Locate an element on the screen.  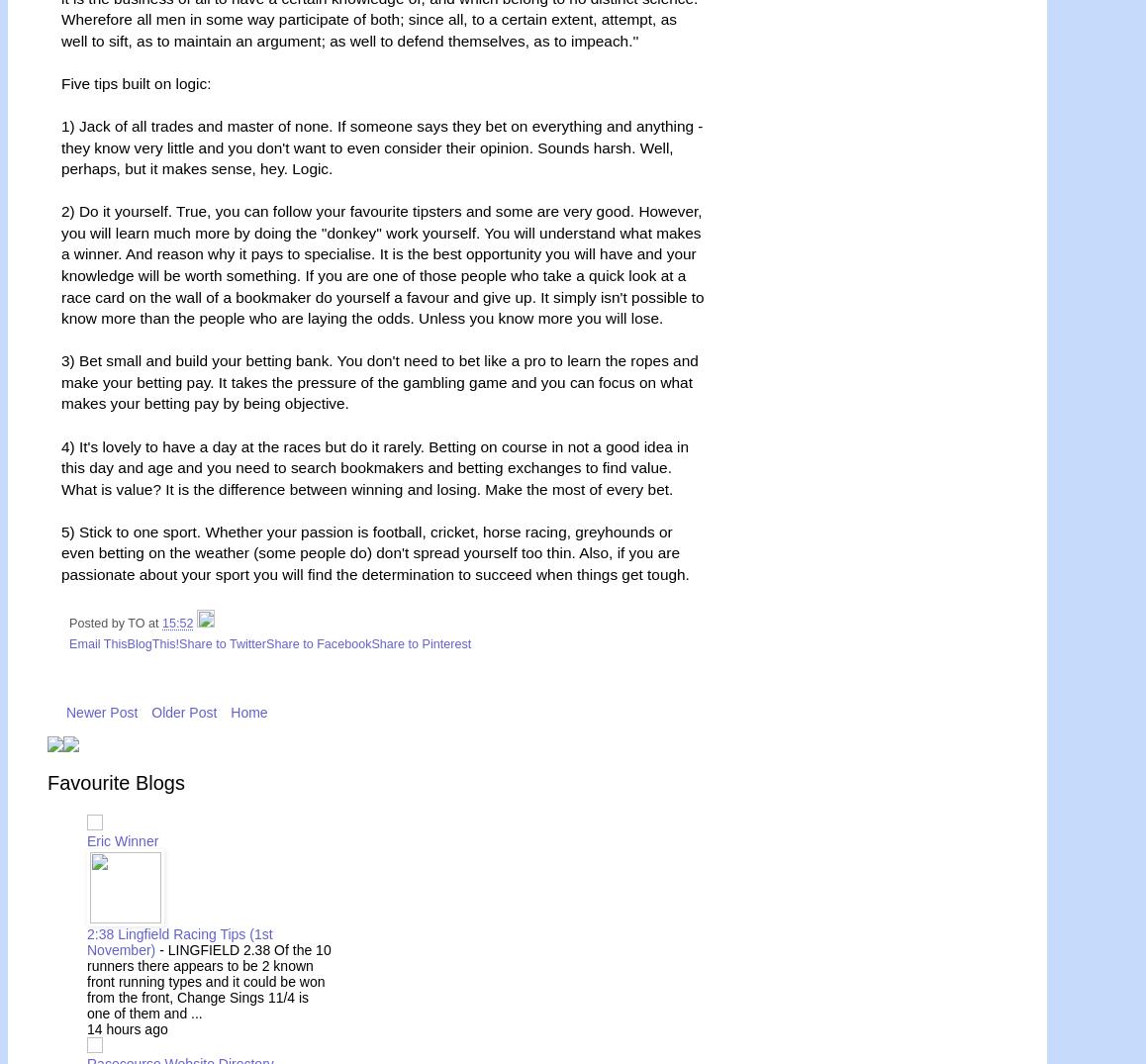
'Favourite Blogs' is located at coordinates (114, 781).